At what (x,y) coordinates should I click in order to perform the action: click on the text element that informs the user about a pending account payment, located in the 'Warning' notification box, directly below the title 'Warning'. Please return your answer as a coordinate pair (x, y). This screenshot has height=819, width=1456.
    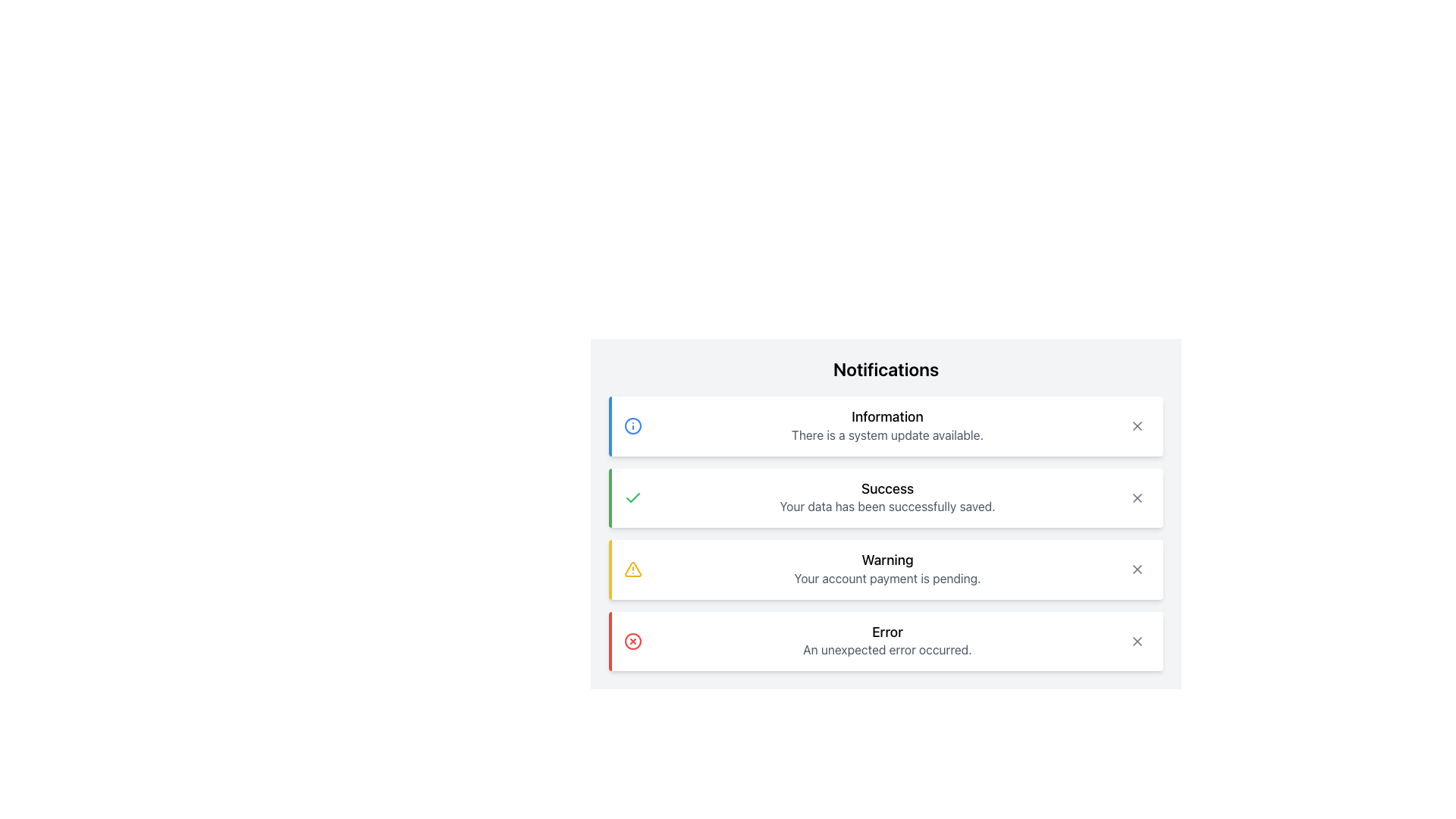
    Looking at the image, I should click on (887, 578).